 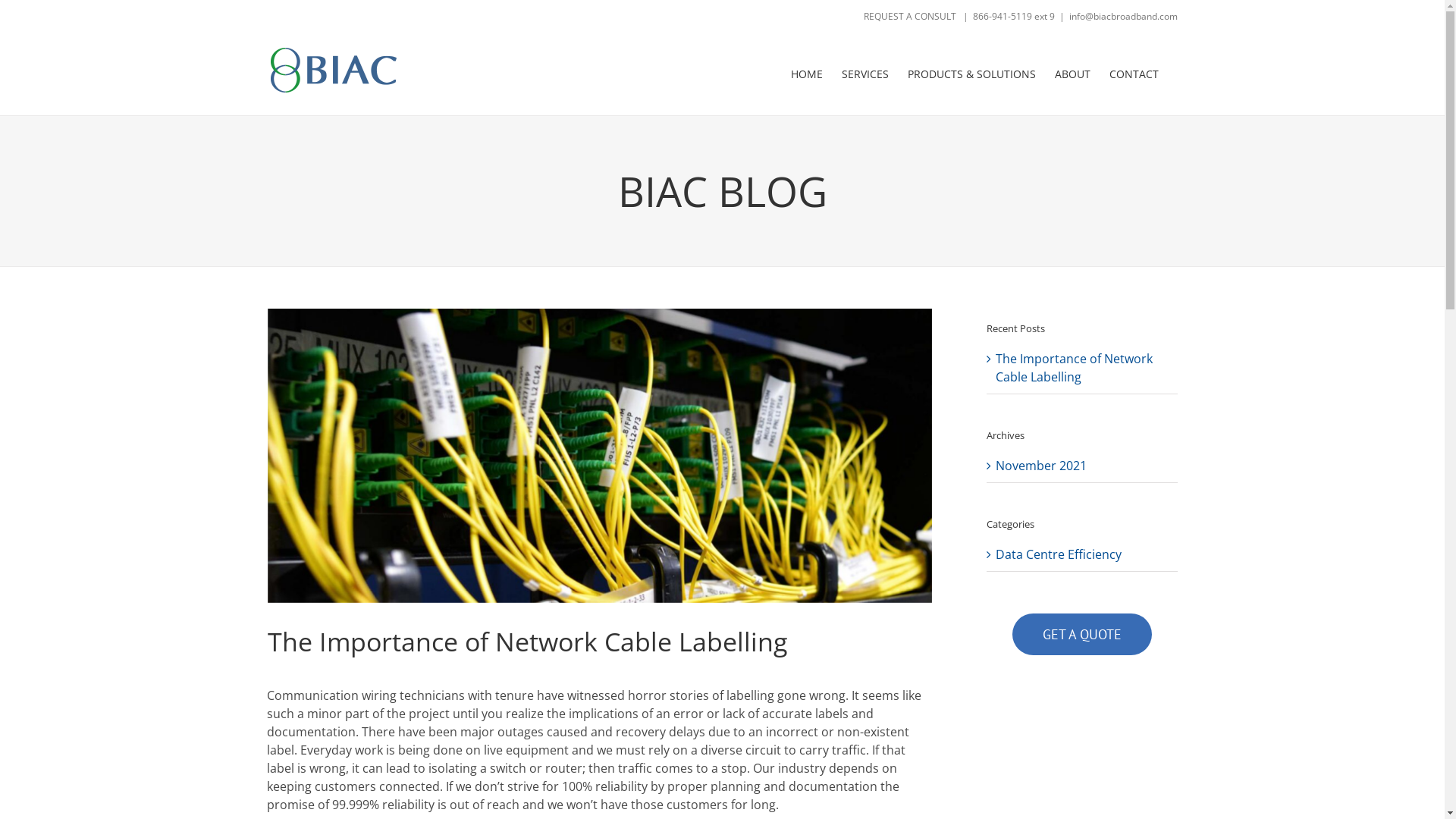 I want to click on 'REQUEST A CONSULT', so click(x=910, y=16).